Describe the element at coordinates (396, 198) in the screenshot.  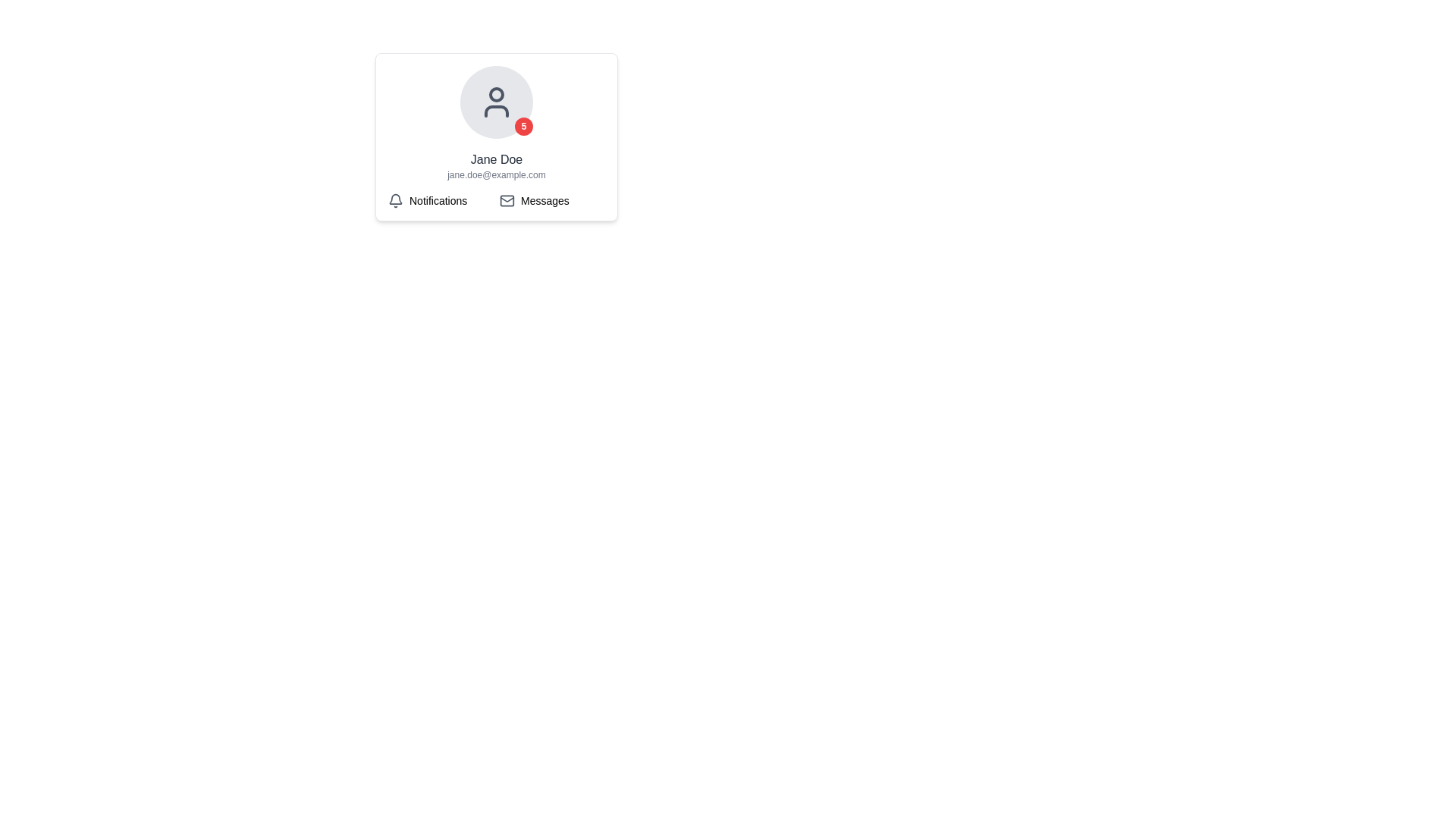
I see `the larger section of the bell icon, which is part of a notification-related icon in the user card interface` at that location.